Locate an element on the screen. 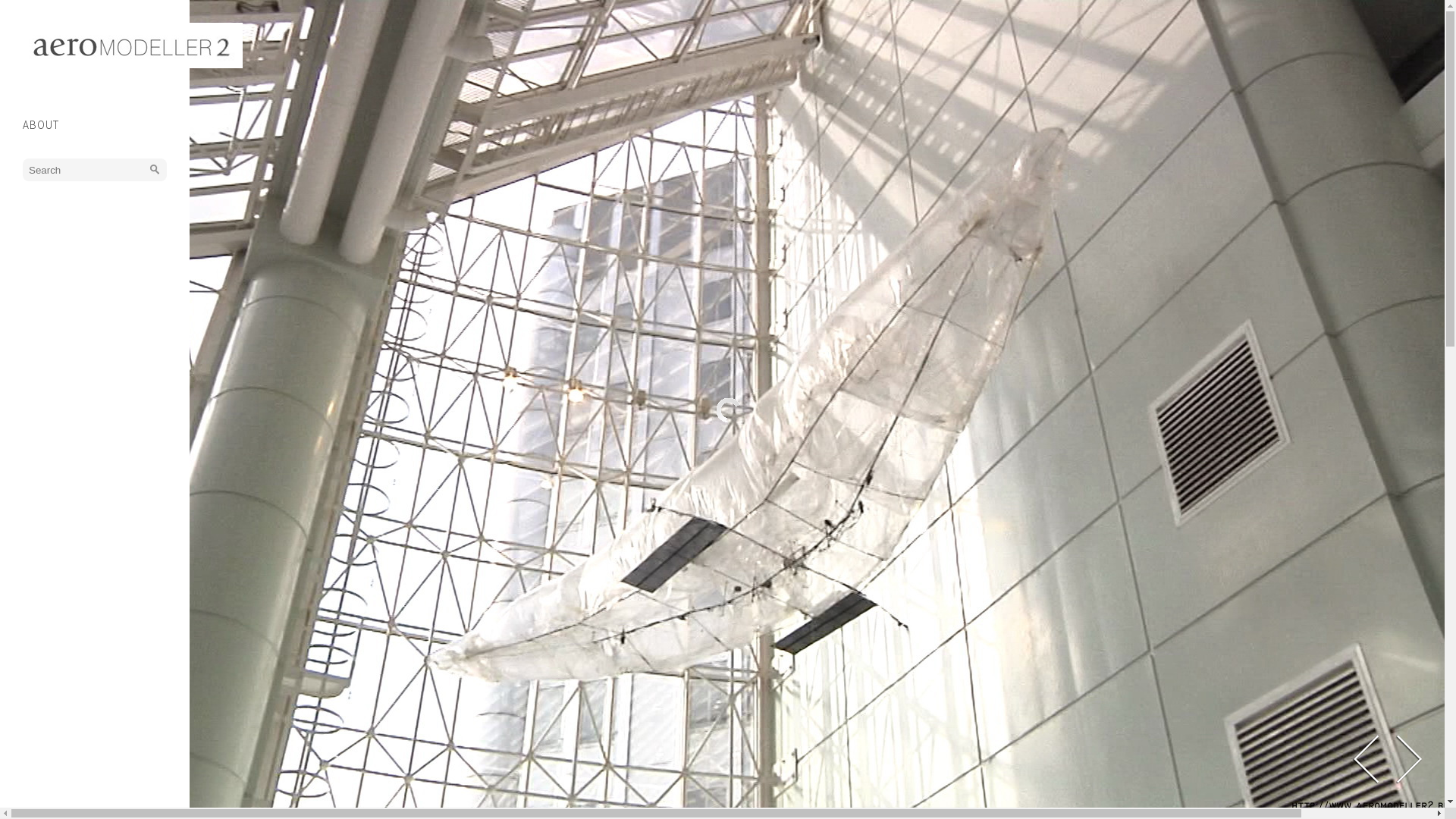 The height and width of the screenshot is (819, 1456). 'ABOUT' is located at coordinates (40, 124).